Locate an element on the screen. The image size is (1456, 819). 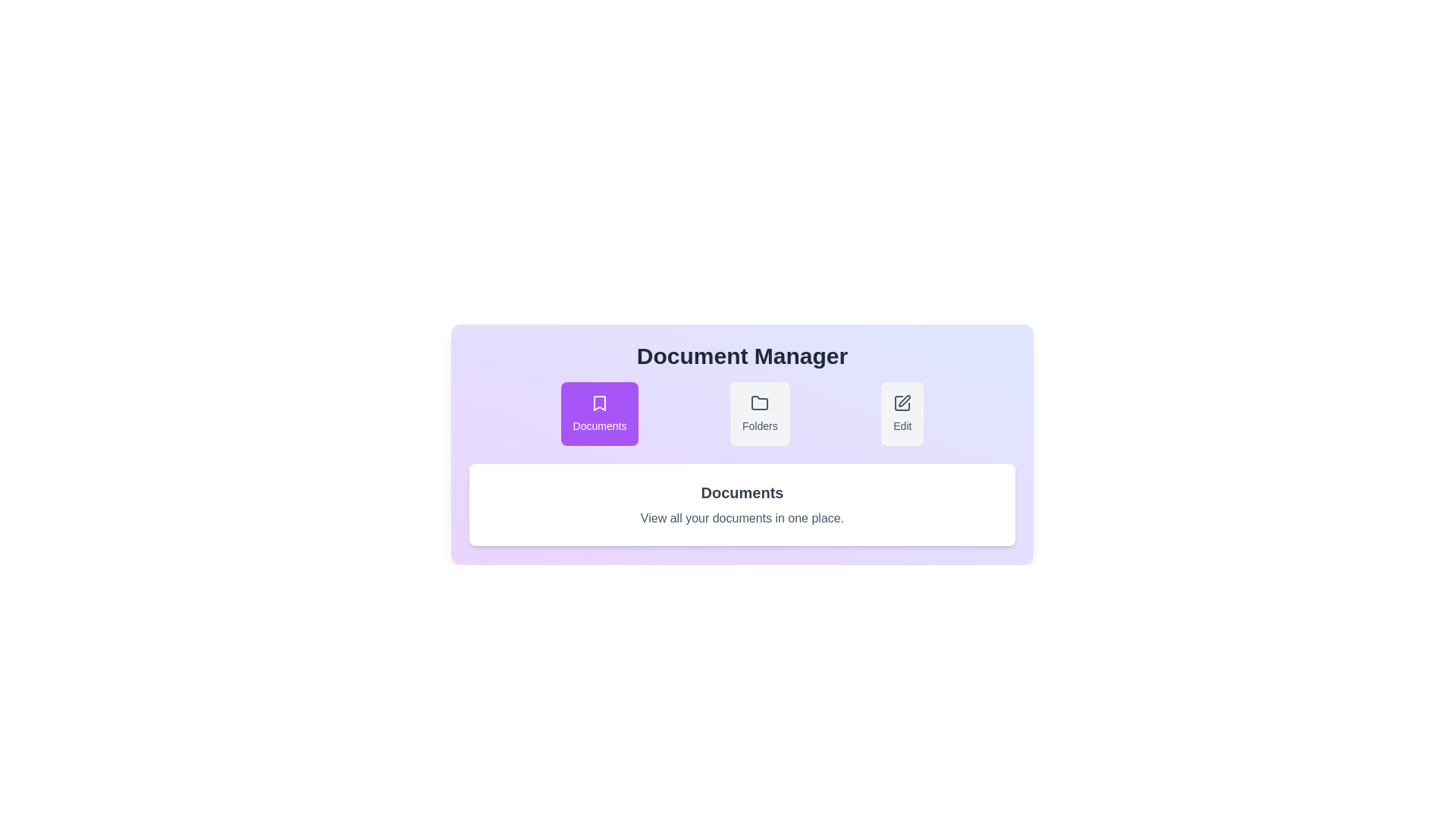
the folder icon located in the middle tile of the 'Document Manager' section, which features a minimalist outline design is located at coordinates (760, 403).